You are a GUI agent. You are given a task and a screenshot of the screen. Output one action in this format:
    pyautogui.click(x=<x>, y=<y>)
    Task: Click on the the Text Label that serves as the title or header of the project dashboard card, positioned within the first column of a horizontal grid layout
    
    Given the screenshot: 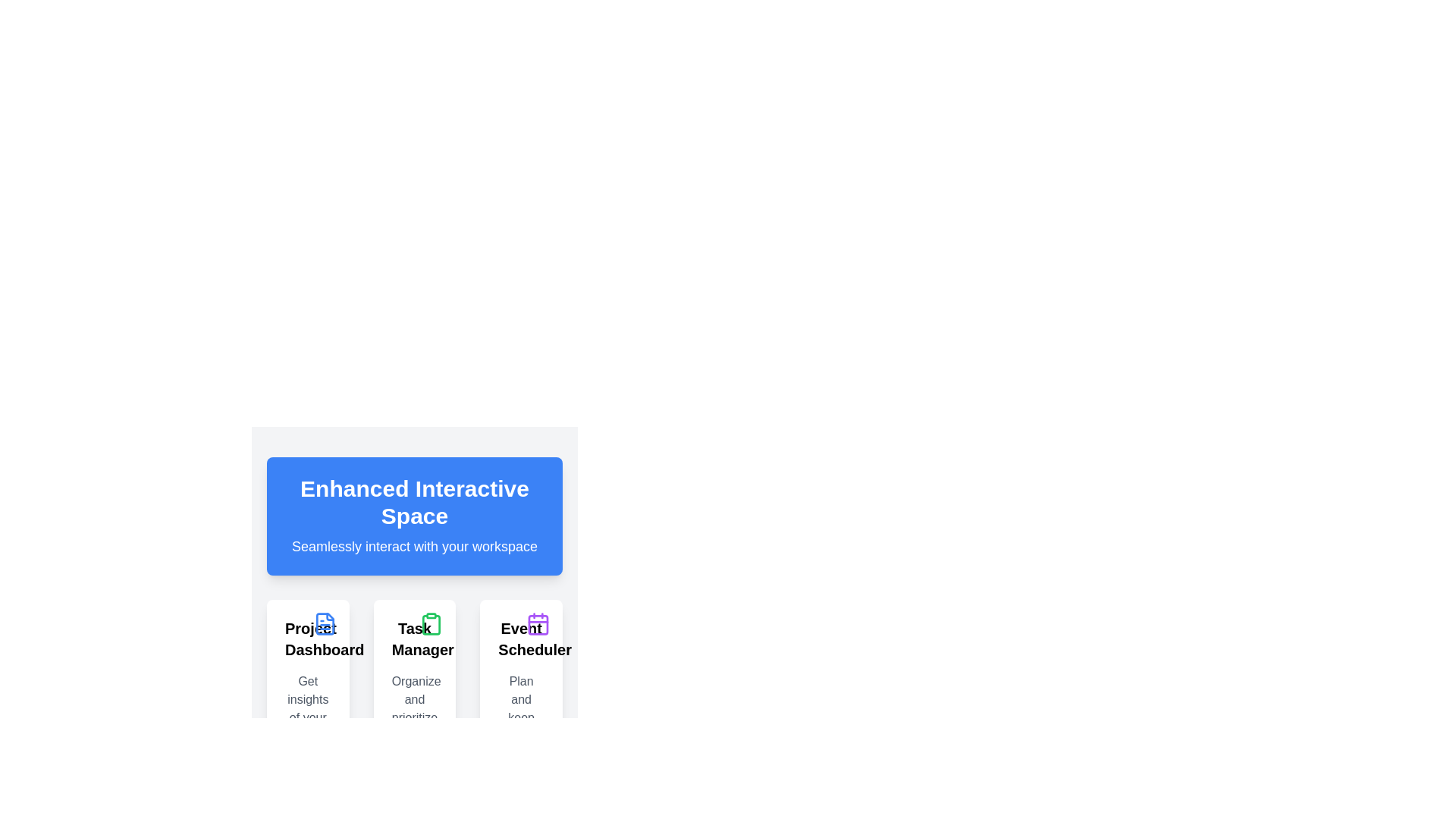 What is the action you would take?
    pyautogui.click(x=307, y=639)
    